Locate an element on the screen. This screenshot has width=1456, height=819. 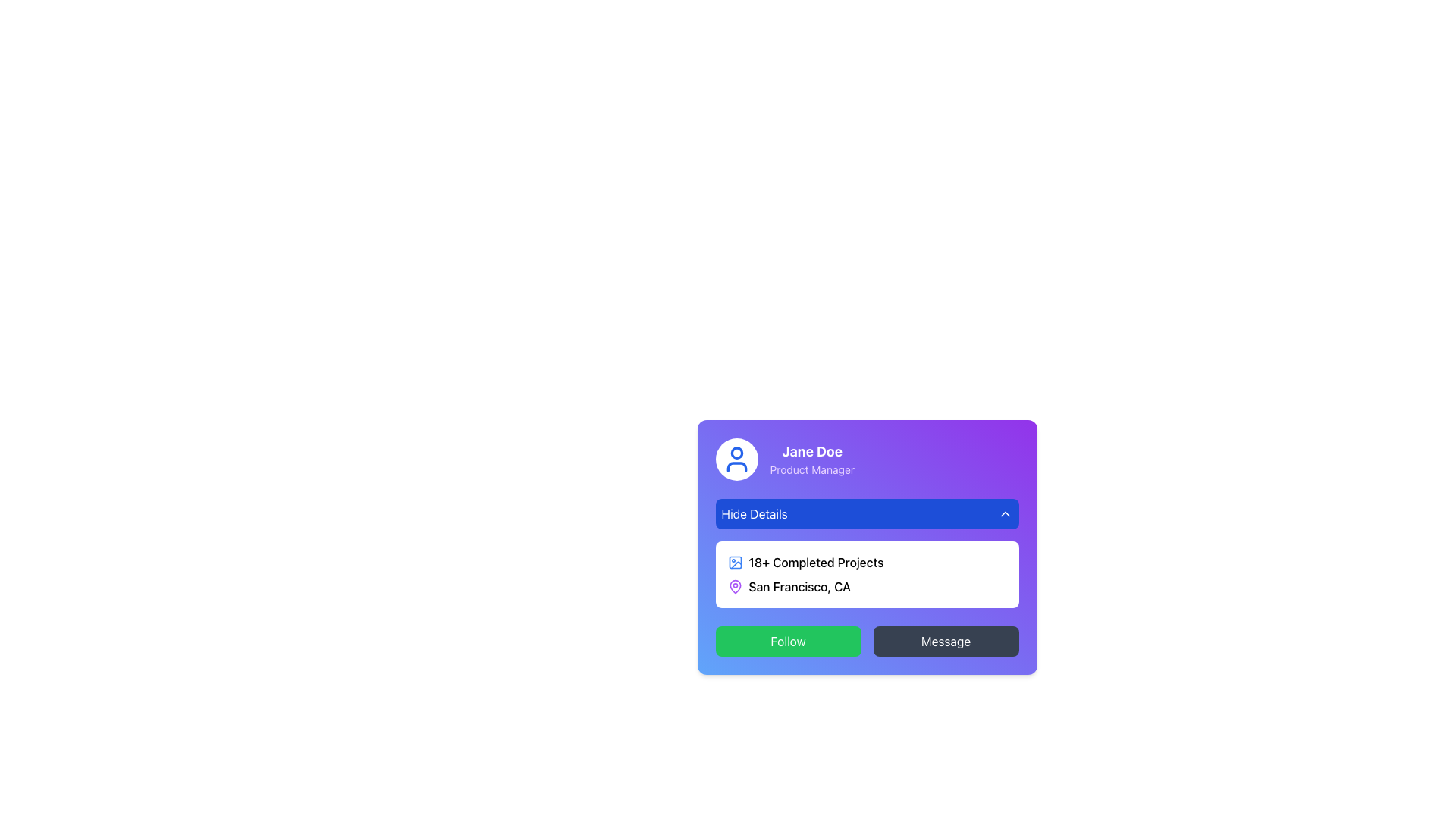
the static text label that displays the job title or role description of 'Jane Doe', located below her name and above the button group is located at coordinates (811, 469).